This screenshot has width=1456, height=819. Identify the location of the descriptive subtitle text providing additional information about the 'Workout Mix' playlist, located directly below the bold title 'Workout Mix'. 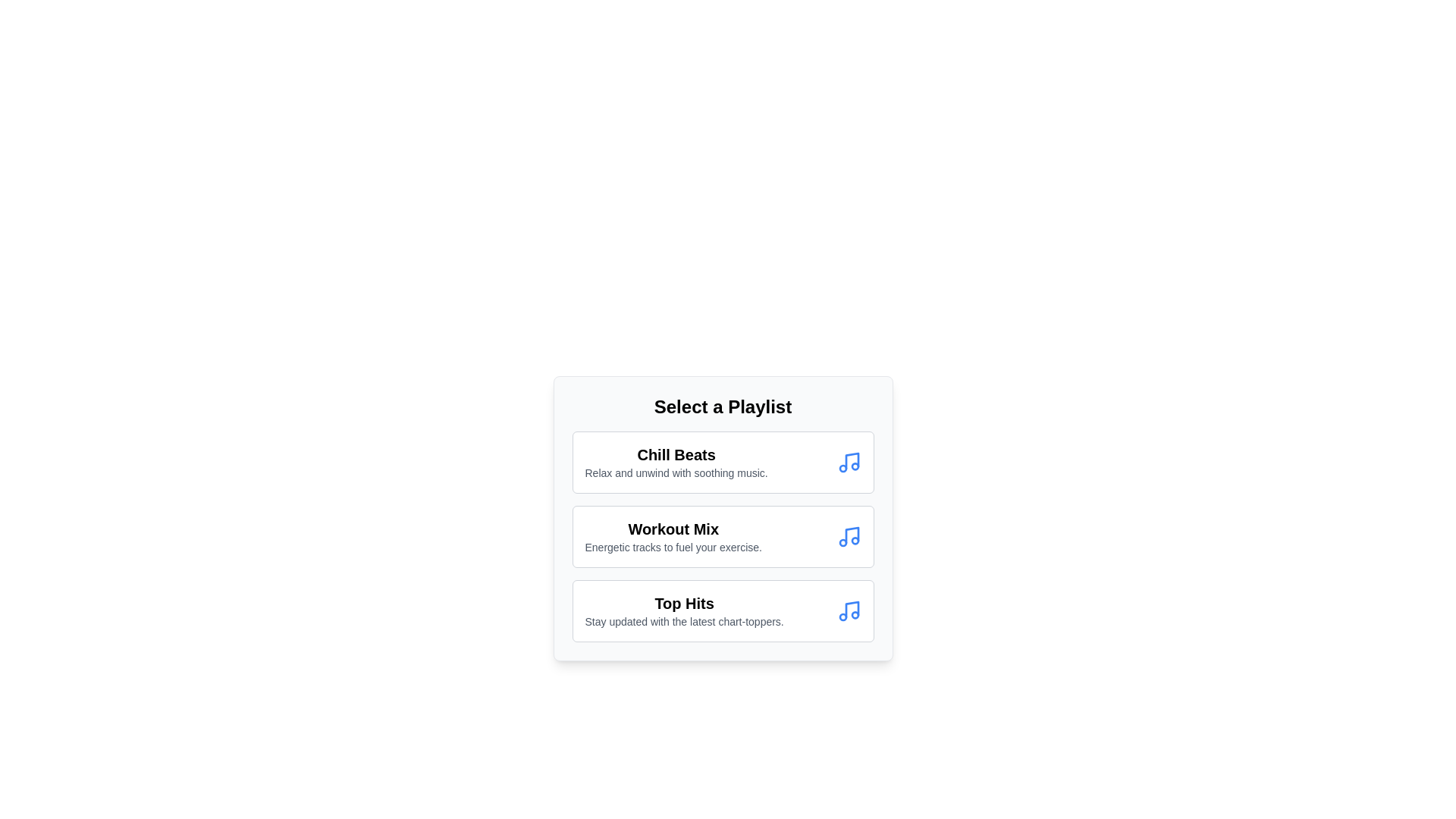
(673, 547).